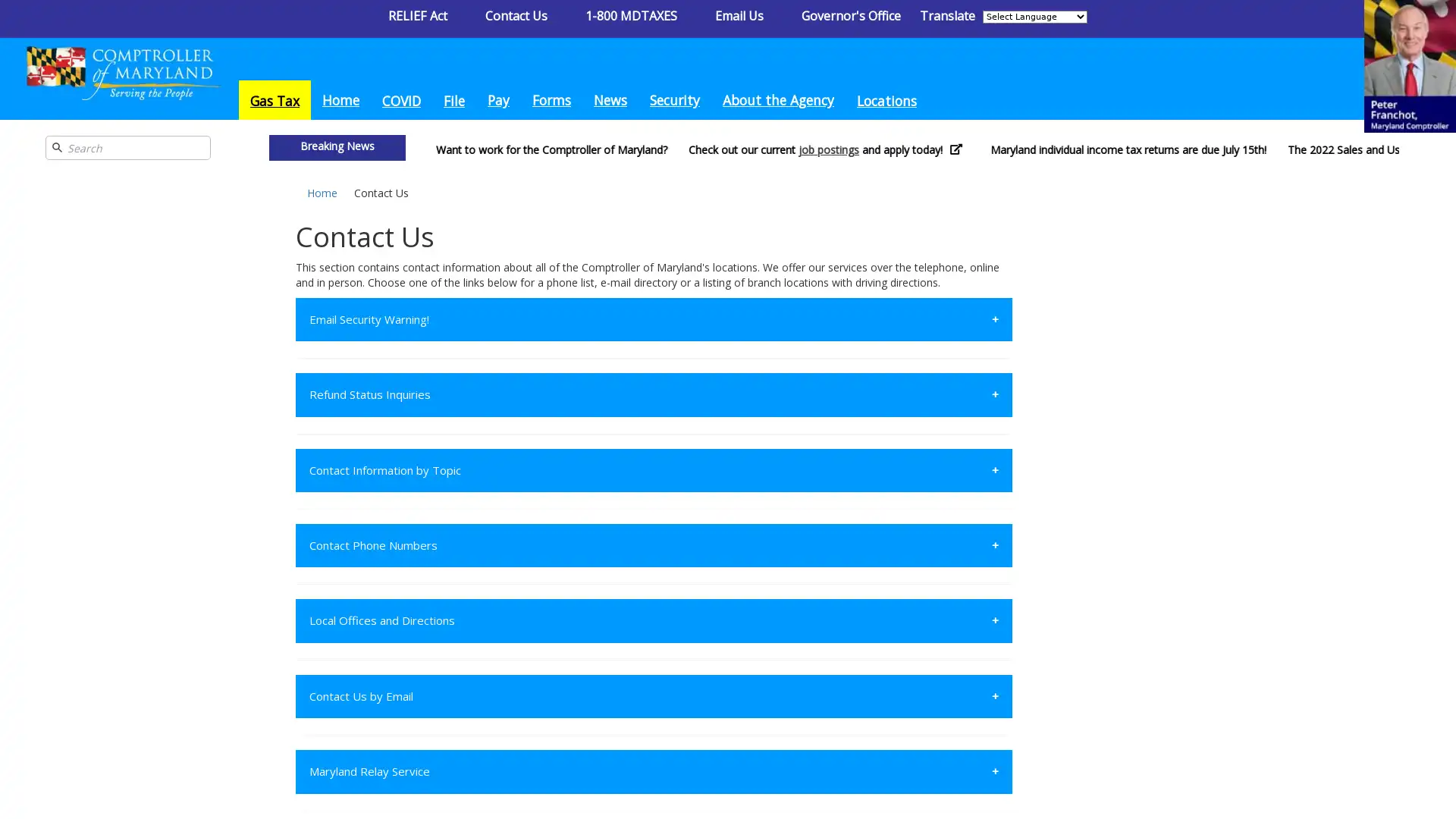 The width and height of the screenshot is (1456, 819). What do you see at coordinates (654, 394) in the screenshot?
I see `Refund Status Inquiries +` at bounding box center [654, 394].